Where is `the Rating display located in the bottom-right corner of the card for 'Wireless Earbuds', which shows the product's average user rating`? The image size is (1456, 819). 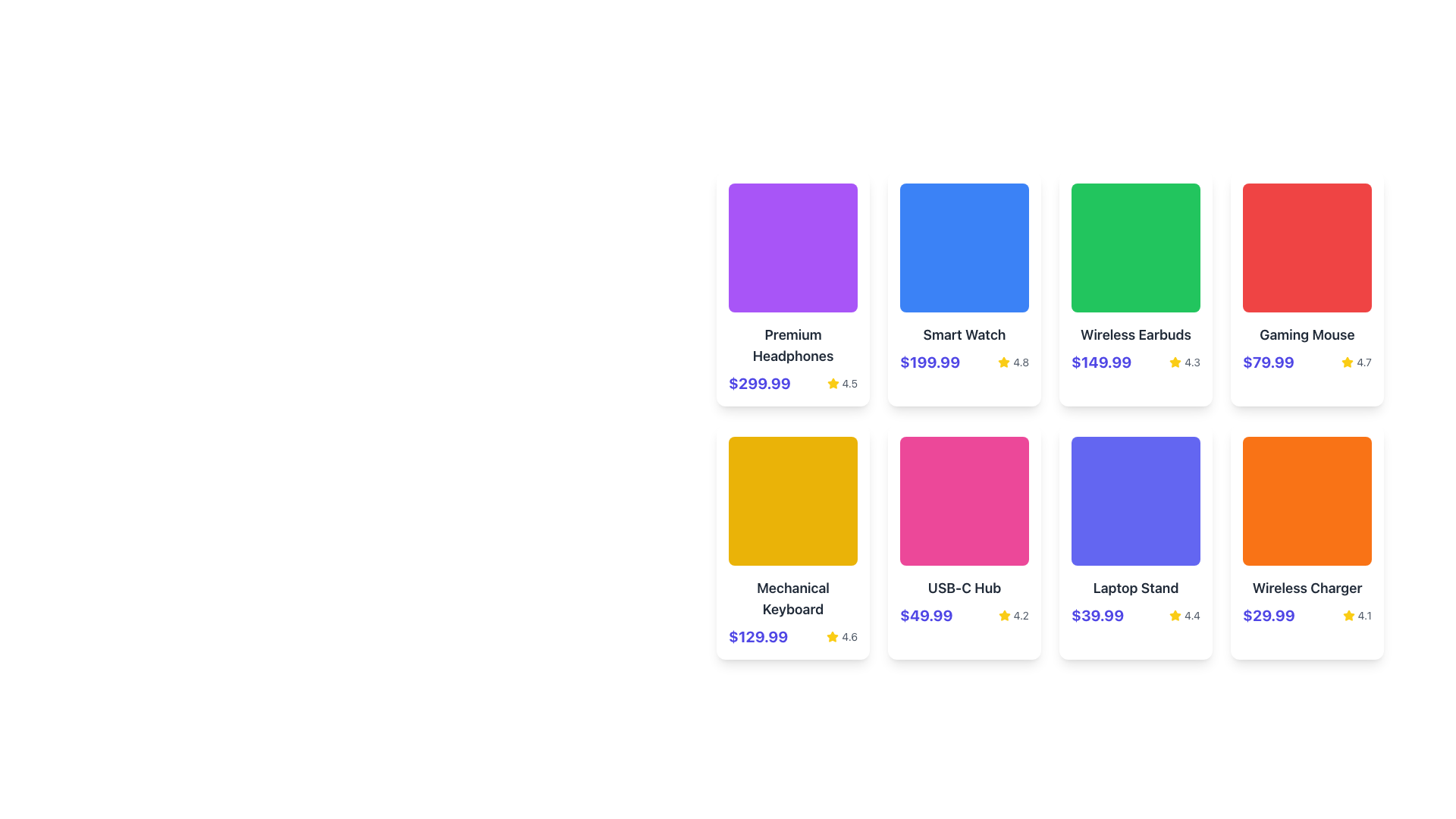 the Rating display located in the bottom-right corner of the card for 'Wireless Earbuds', which shows the product's average user rating is located at coordinates (1184, 362).